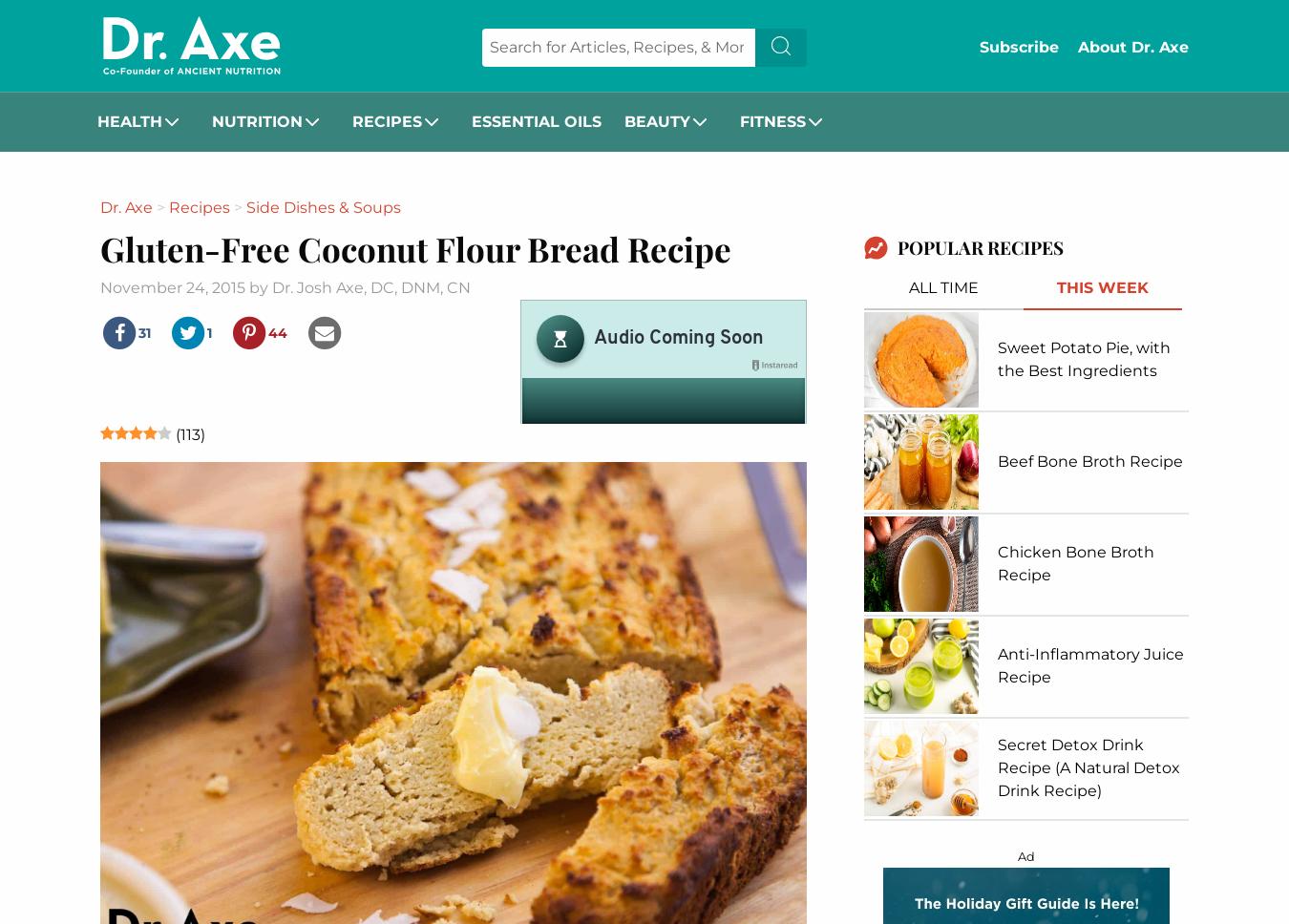  What do you see at coordinates (256, 120) in the screenshot?
I see `'Nutrition'` at bounding box center [256, 120].